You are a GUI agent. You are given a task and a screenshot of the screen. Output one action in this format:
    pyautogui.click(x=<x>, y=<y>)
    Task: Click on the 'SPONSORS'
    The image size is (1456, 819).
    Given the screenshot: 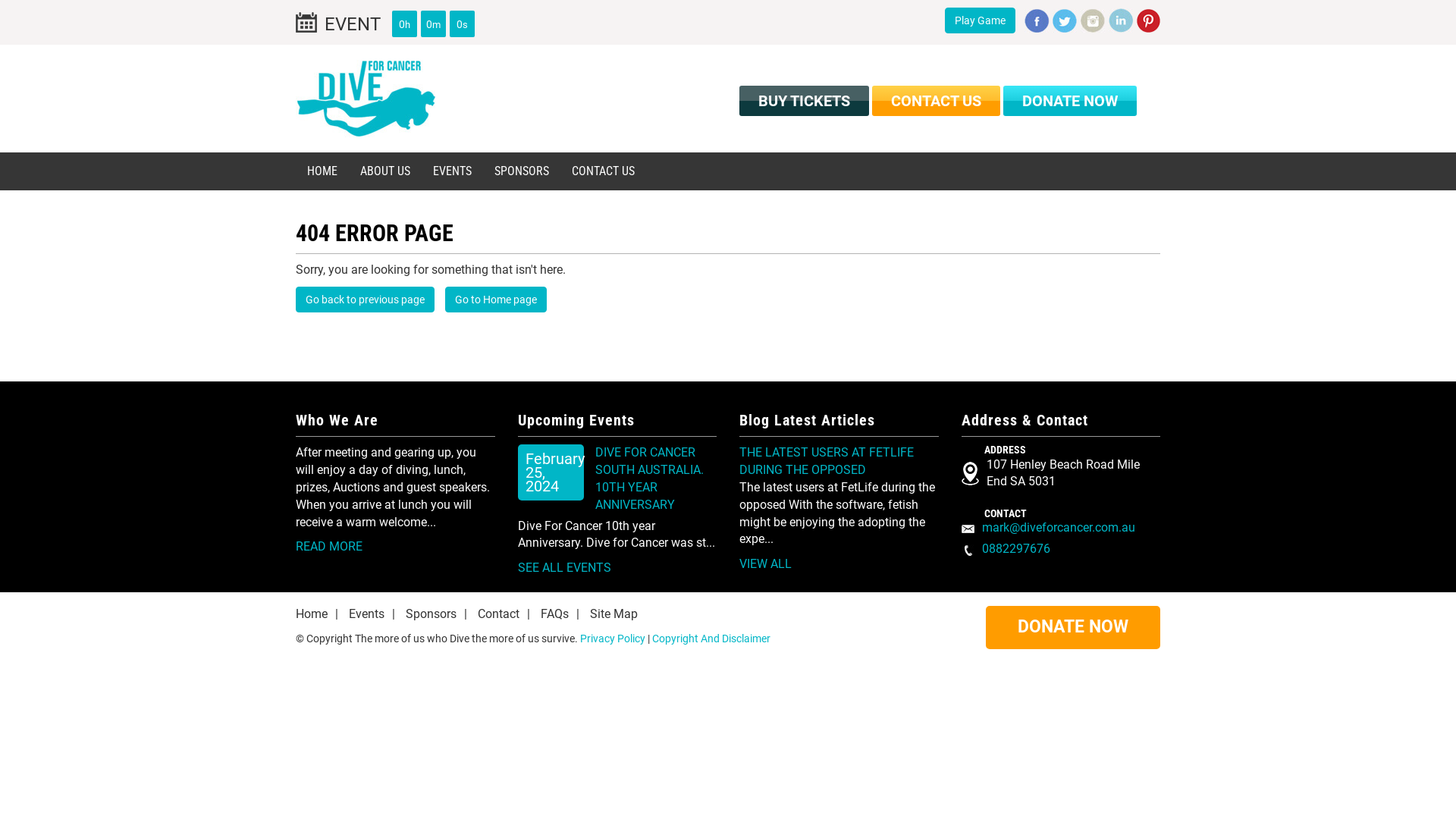 What is the action you would take?
    pyautogui.click(x=521, y=171)
    